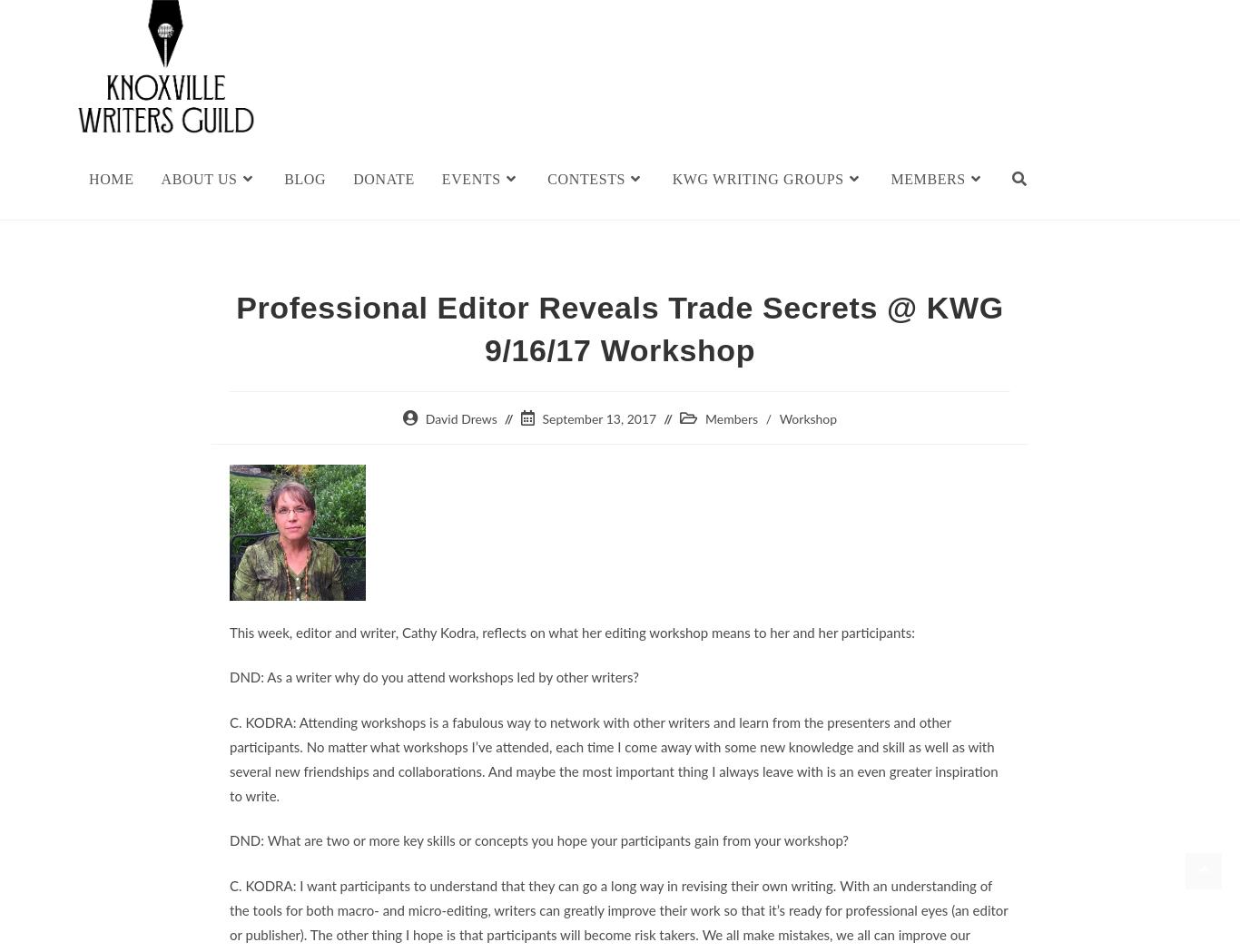 The image size is (1240, 952). Describe the element at coordinates (806, 418) in the screenshot. I see `'Workshop'` at that location.